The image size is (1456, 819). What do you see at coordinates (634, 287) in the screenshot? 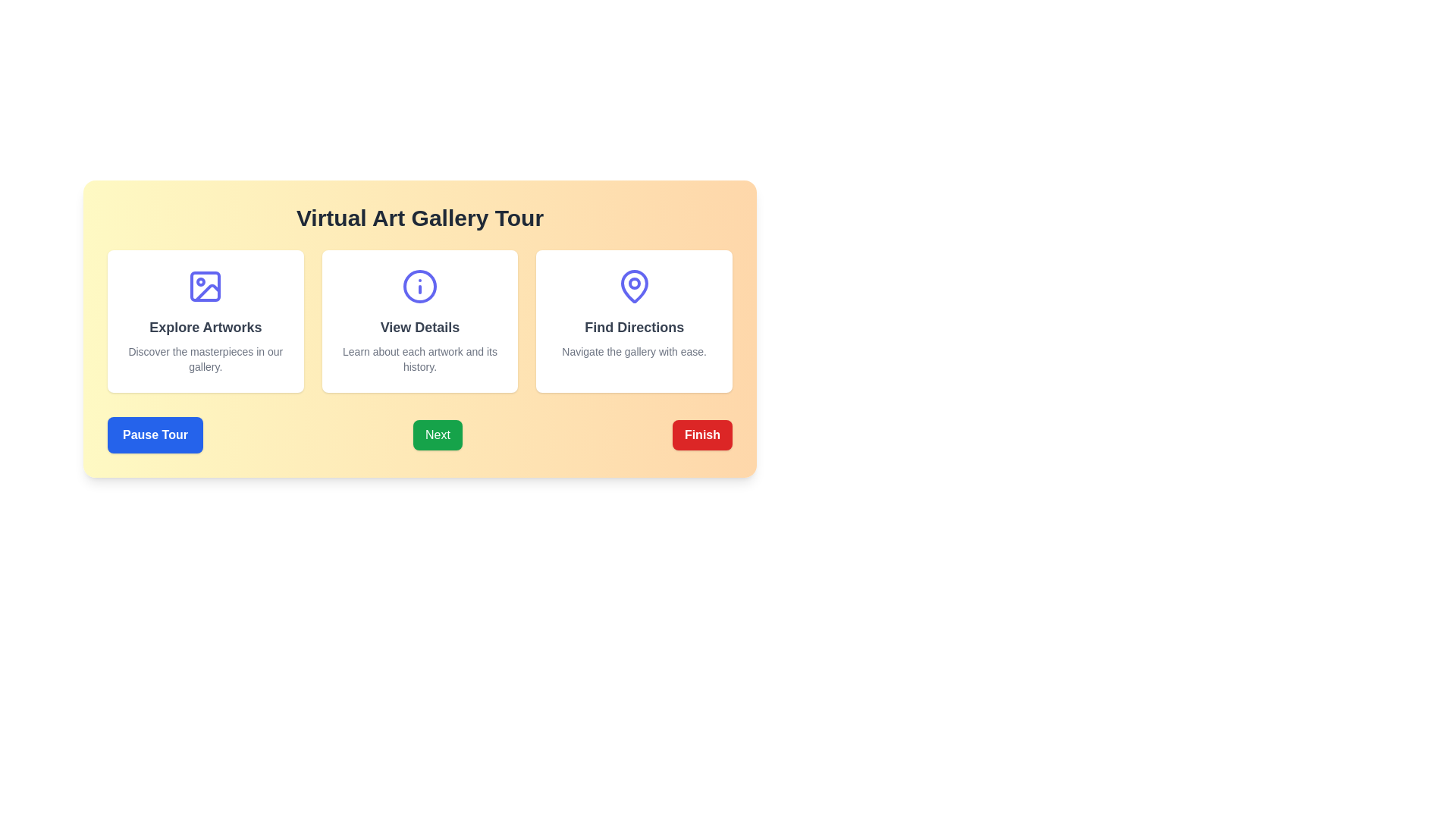
I see `the map pin SVG icon located at the center of the 'Find Directions' card, which is used for navigation features` at bounding box center [634, 287].